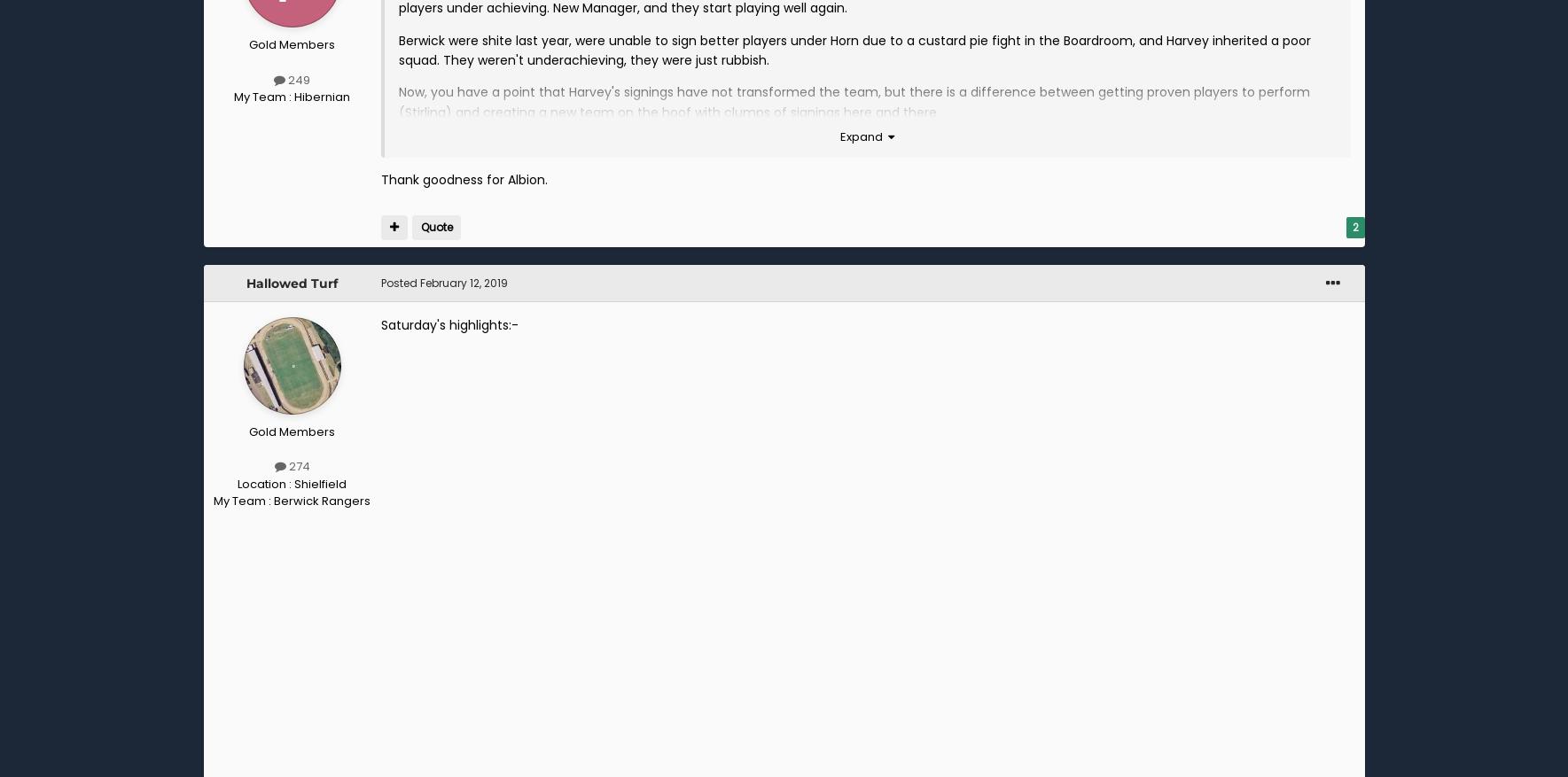 Image resolution: width=1568 pixels, height=777 pixels. Describe the element at coordinates (1353, 227) in the screenshot. I see `'2'` at that location.